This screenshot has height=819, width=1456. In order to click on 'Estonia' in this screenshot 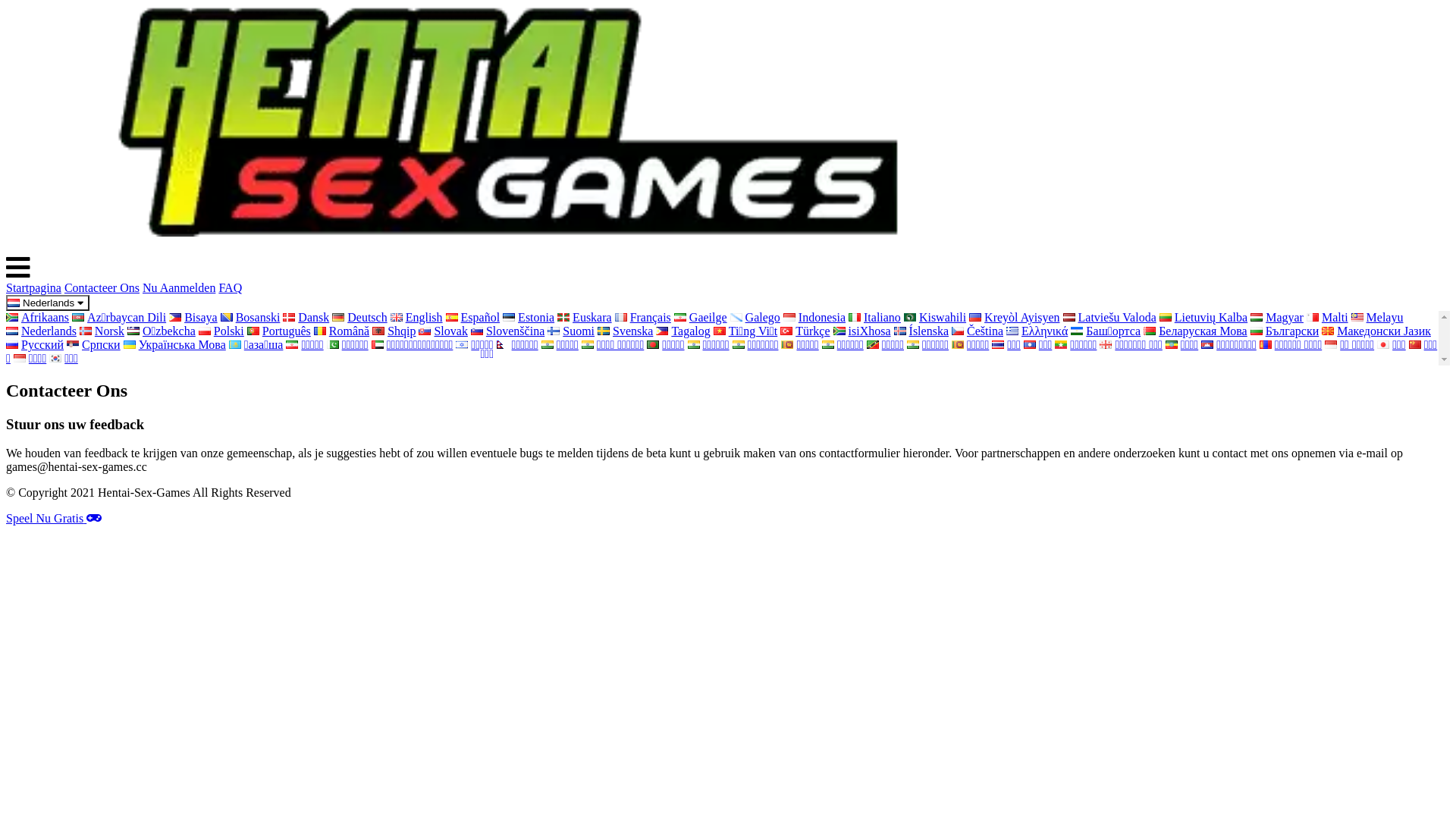, I will do `click(528, 316)`.